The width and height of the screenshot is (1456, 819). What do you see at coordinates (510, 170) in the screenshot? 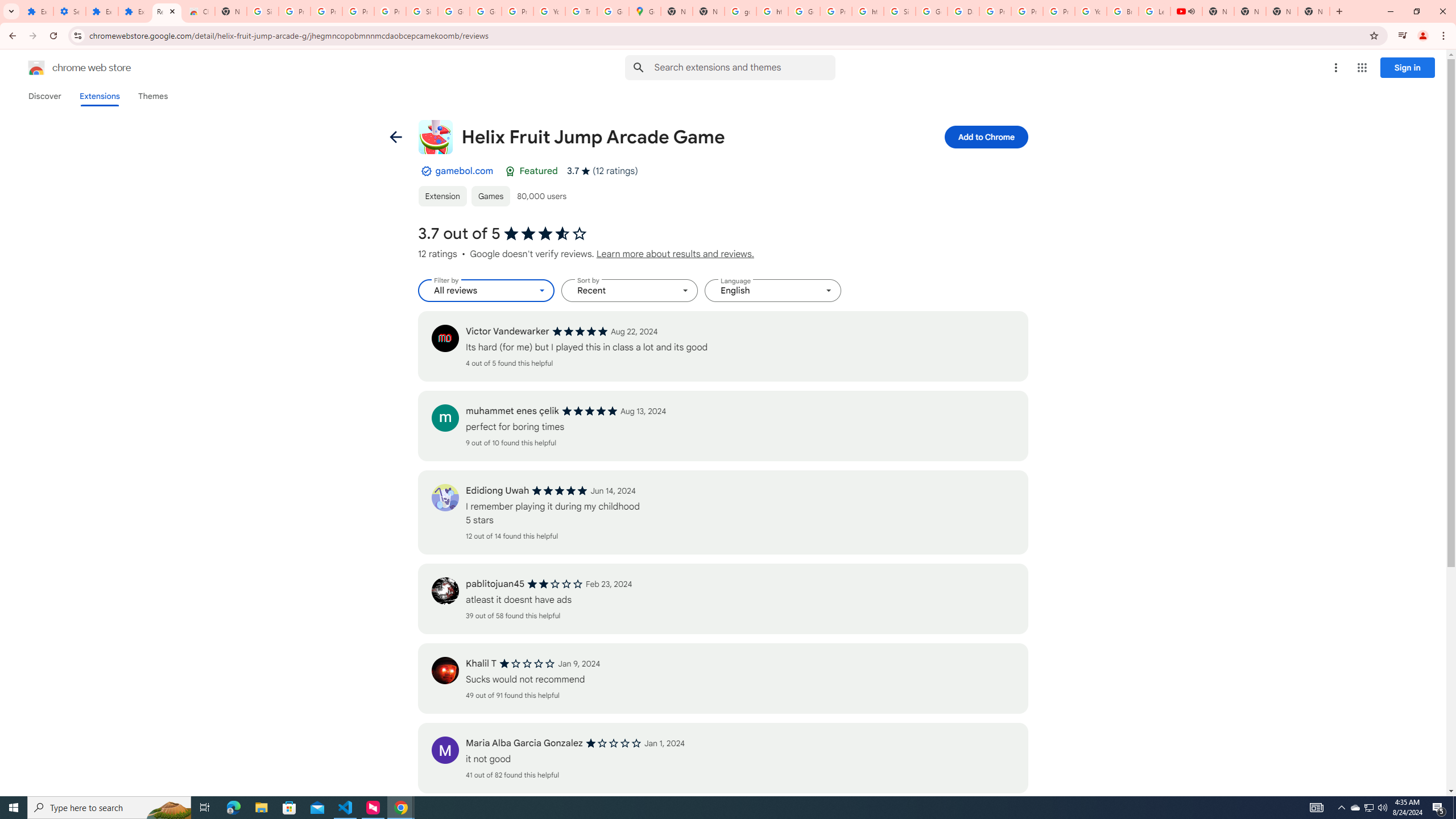
I see `'Featured Badge'` at bounding box center [510, 170].